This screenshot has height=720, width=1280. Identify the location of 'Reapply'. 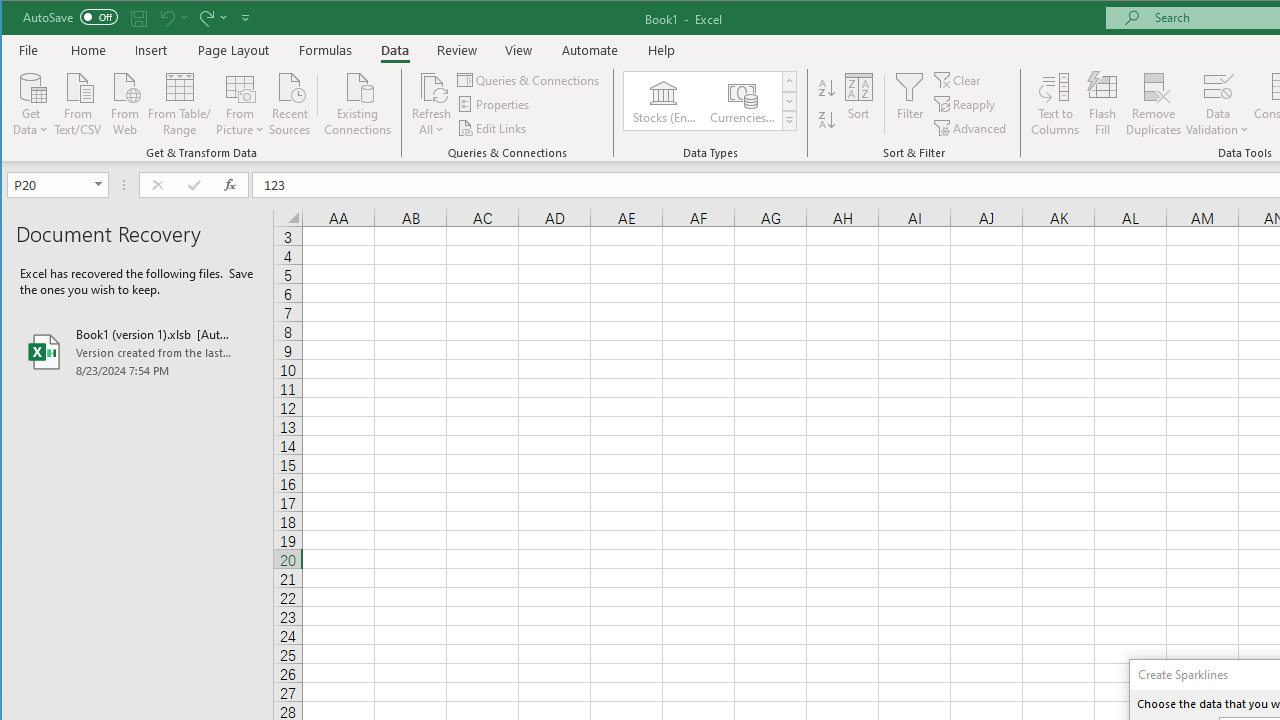
(966, 104).